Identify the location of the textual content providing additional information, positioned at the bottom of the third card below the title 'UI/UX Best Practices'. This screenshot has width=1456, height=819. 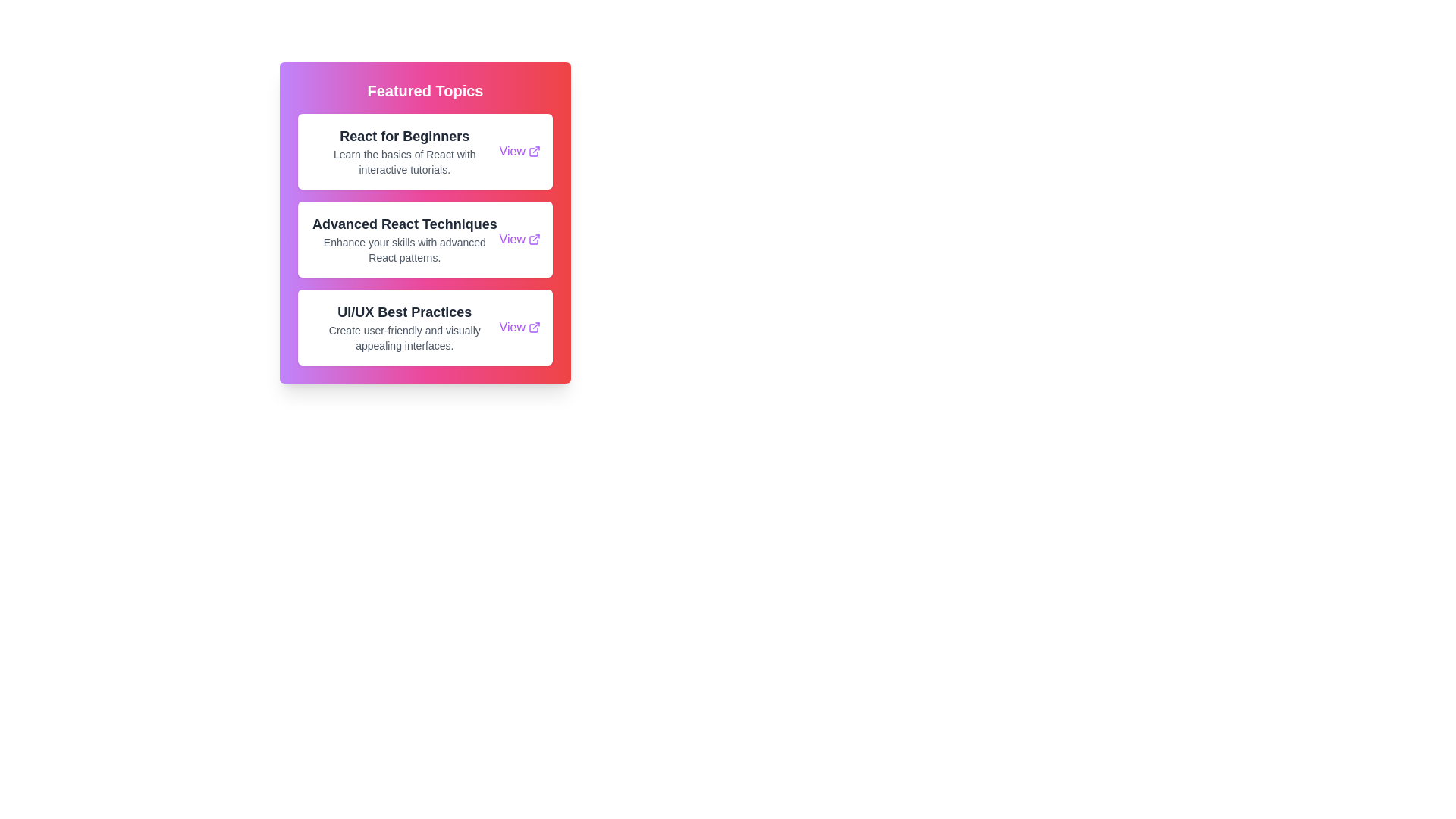
(404, 337).